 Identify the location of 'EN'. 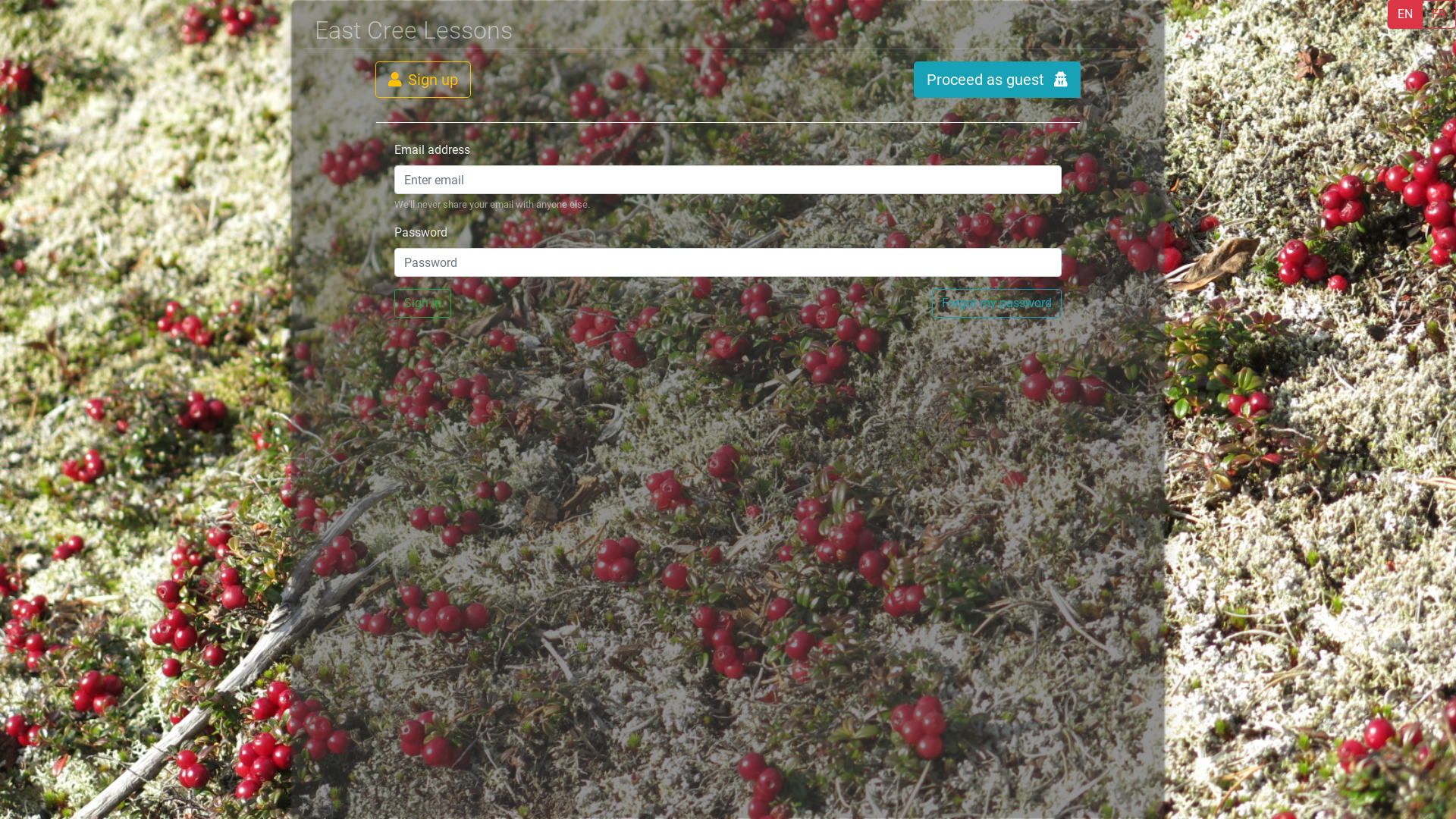
(1404, 14).